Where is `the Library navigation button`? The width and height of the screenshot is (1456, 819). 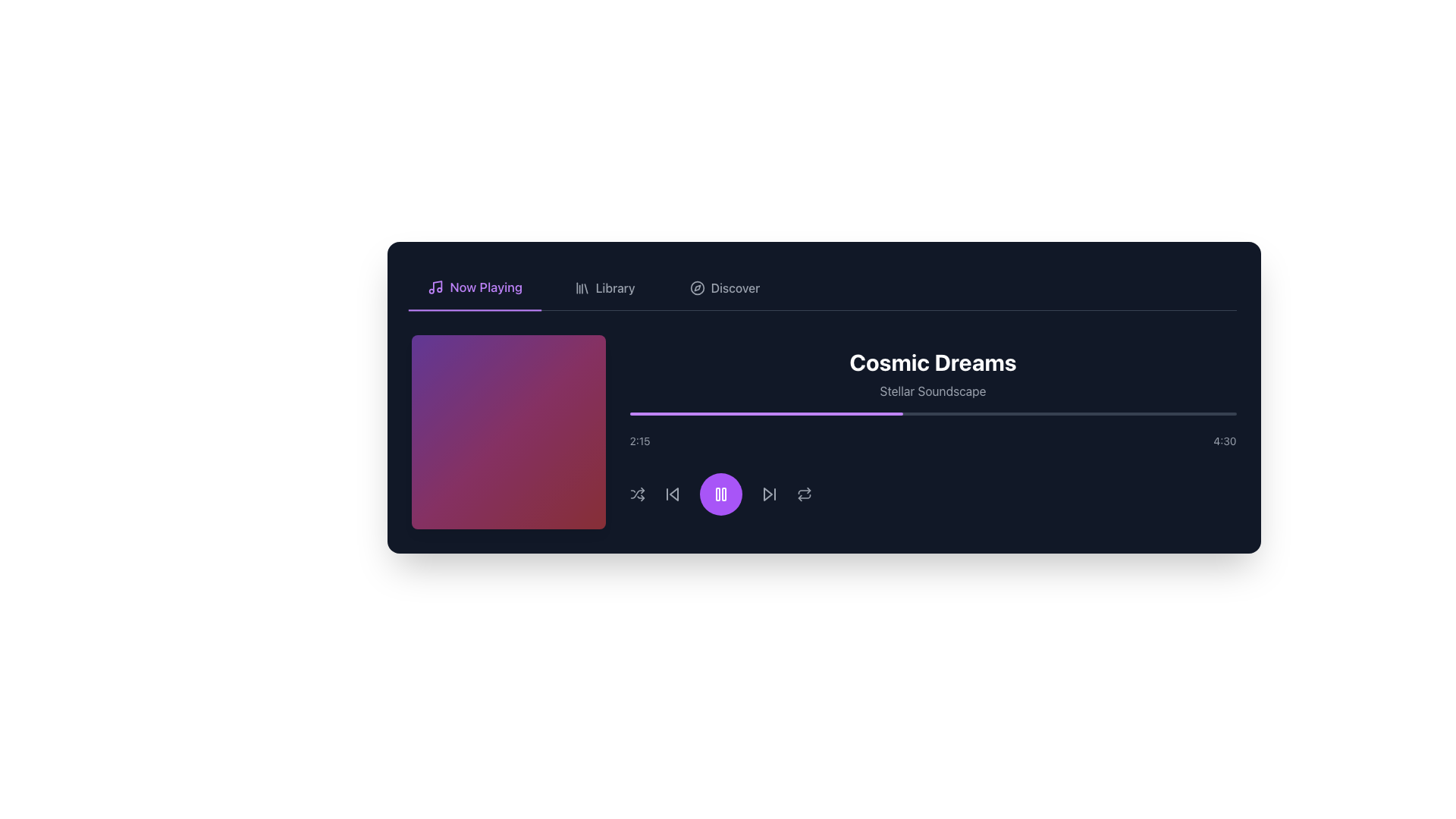 the Library navigation button is located at coordinates (604, 288).